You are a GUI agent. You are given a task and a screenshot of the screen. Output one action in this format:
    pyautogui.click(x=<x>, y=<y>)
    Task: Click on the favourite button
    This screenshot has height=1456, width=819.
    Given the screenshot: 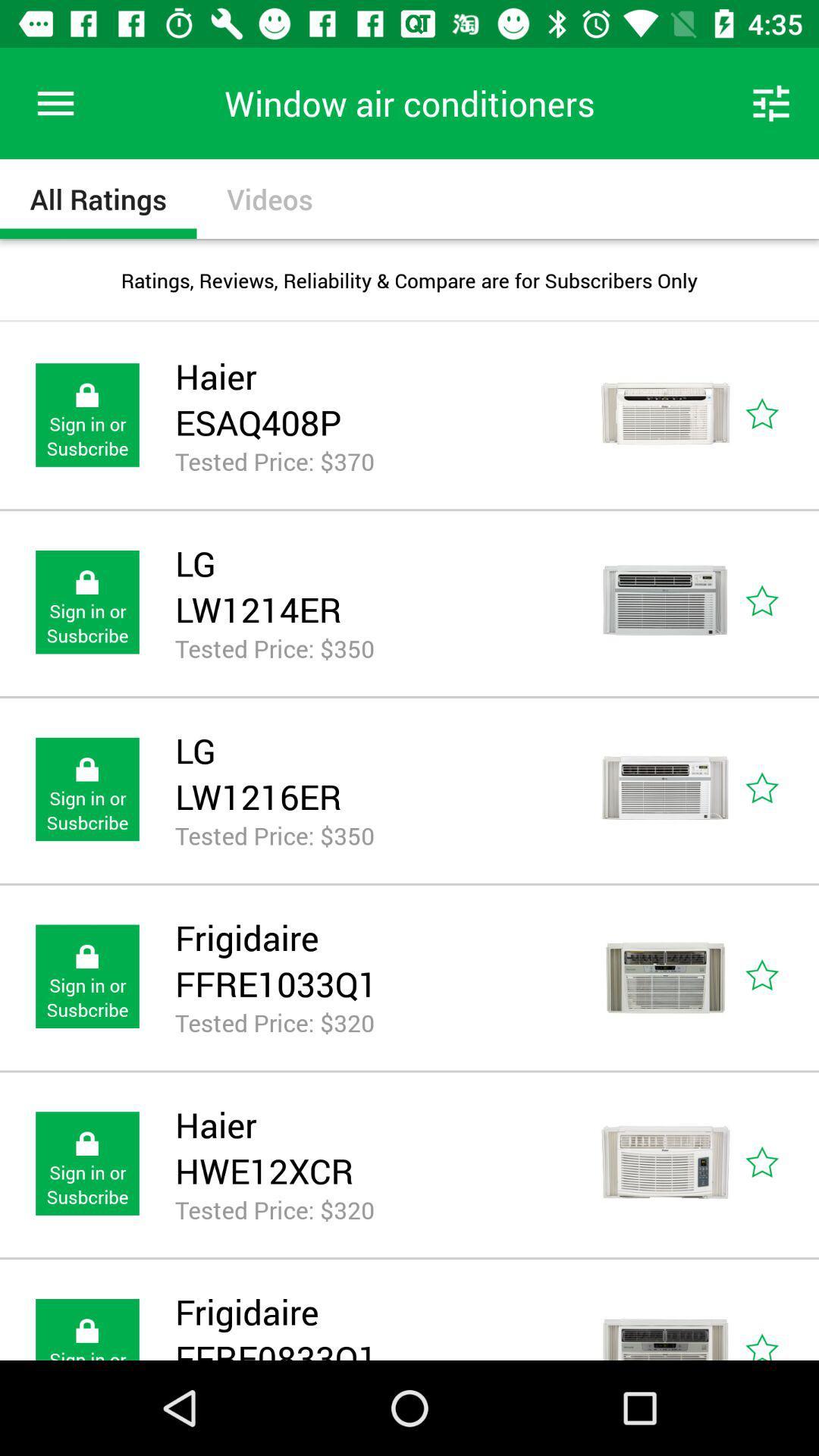 What is the action you would take?
    pyautogui.click(x=779, y=977)
    